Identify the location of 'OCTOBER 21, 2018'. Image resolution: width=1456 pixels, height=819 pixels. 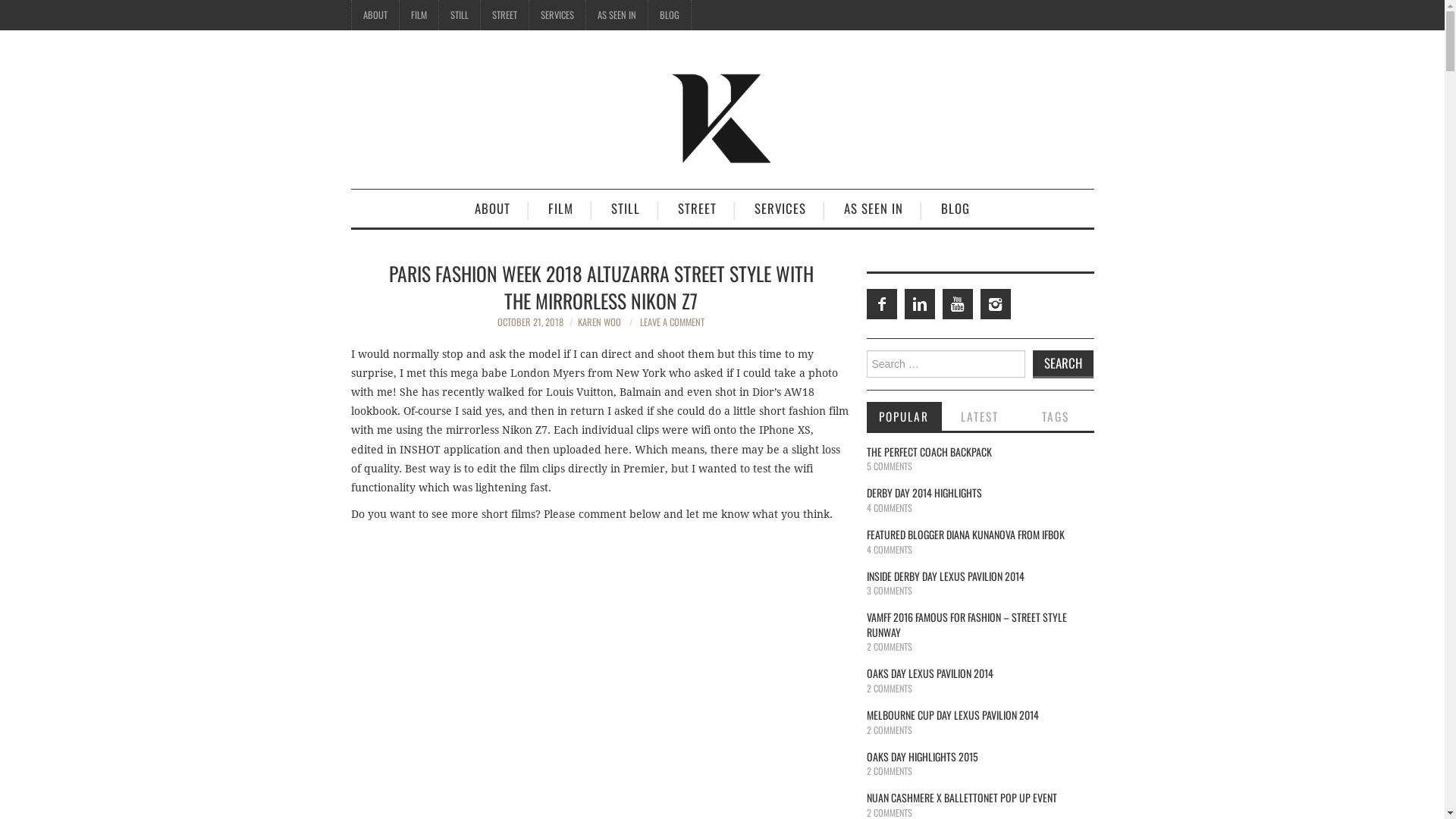
(530, 321).